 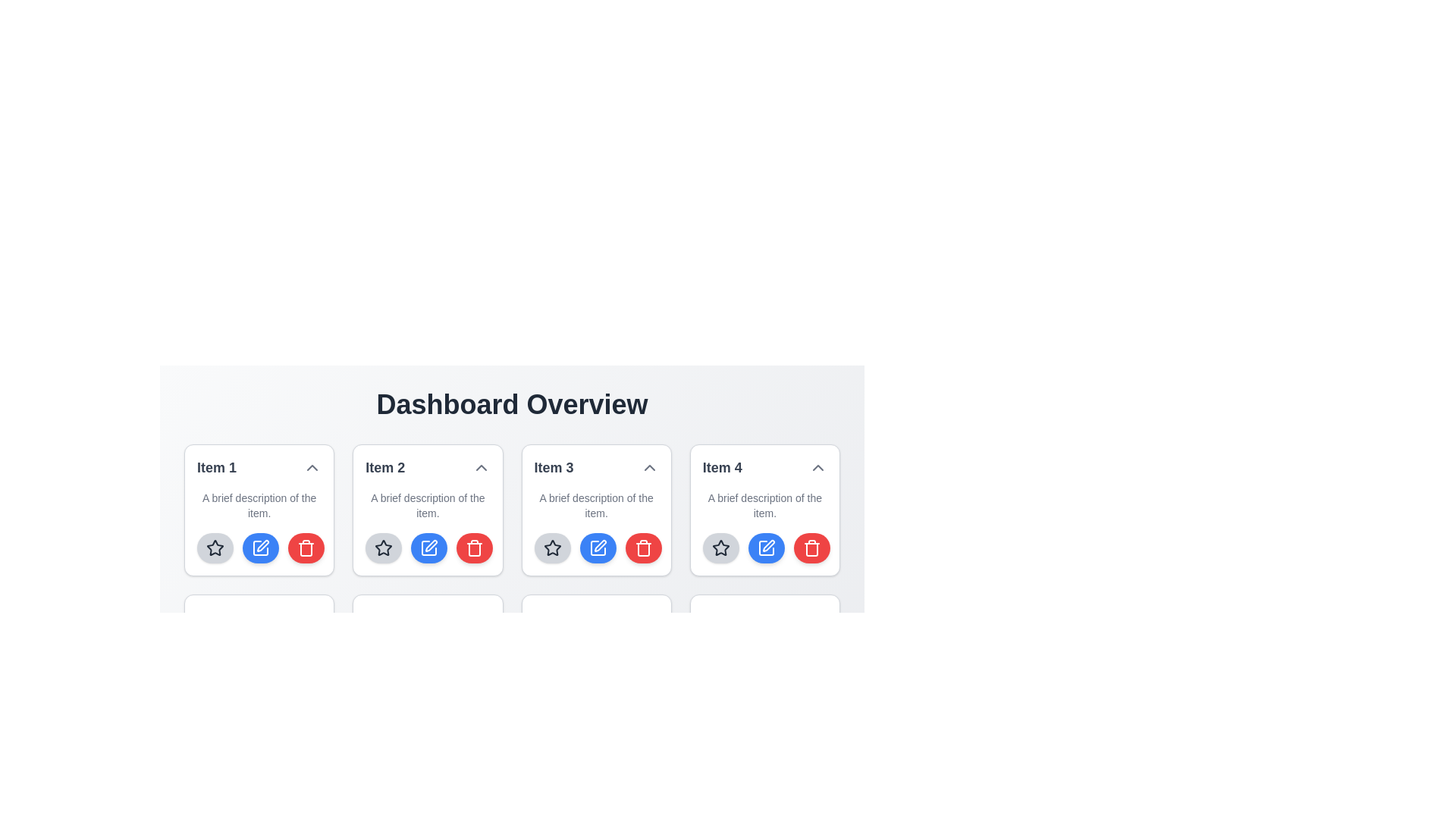 I want to click on the rounded red button with a white trash can icon, located to the right of the blue pencil button, beneath 'Item 2' in the second card of the dashboard, so click(x=305, y=548).